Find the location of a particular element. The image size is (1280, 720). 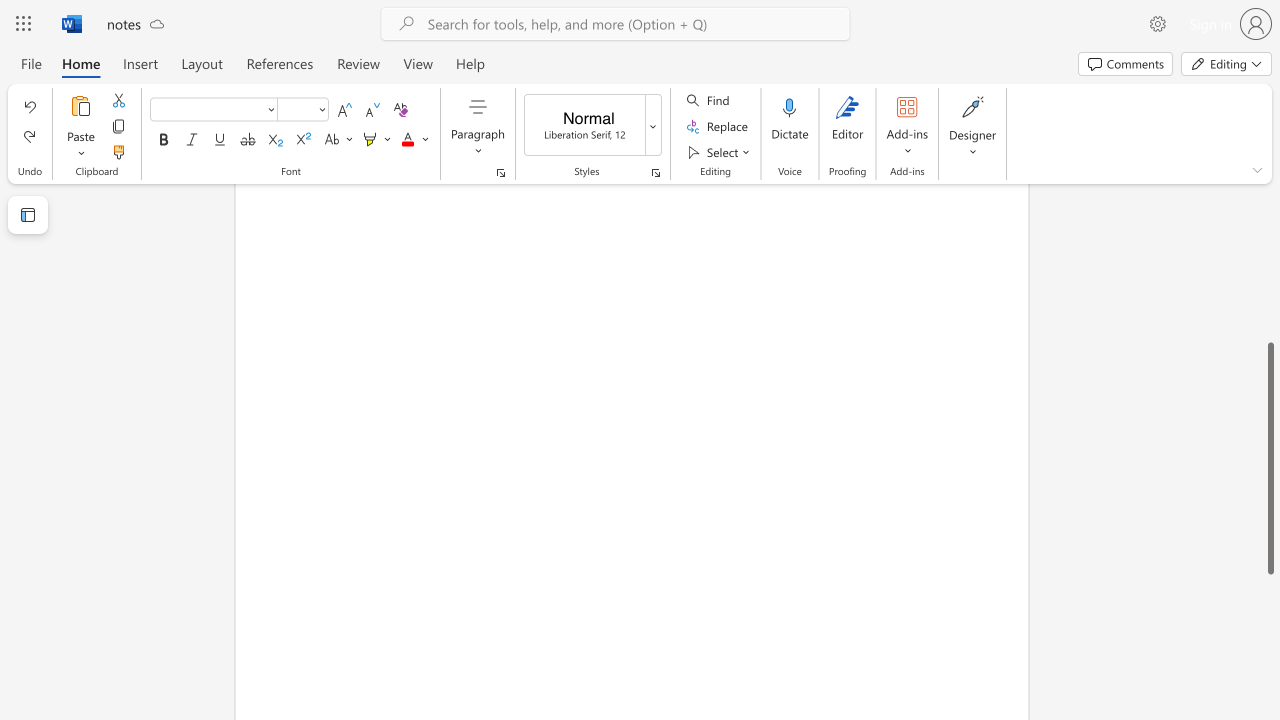

the scrollbar on the right side to scroll the page up is located at coordinates (1269, 148).